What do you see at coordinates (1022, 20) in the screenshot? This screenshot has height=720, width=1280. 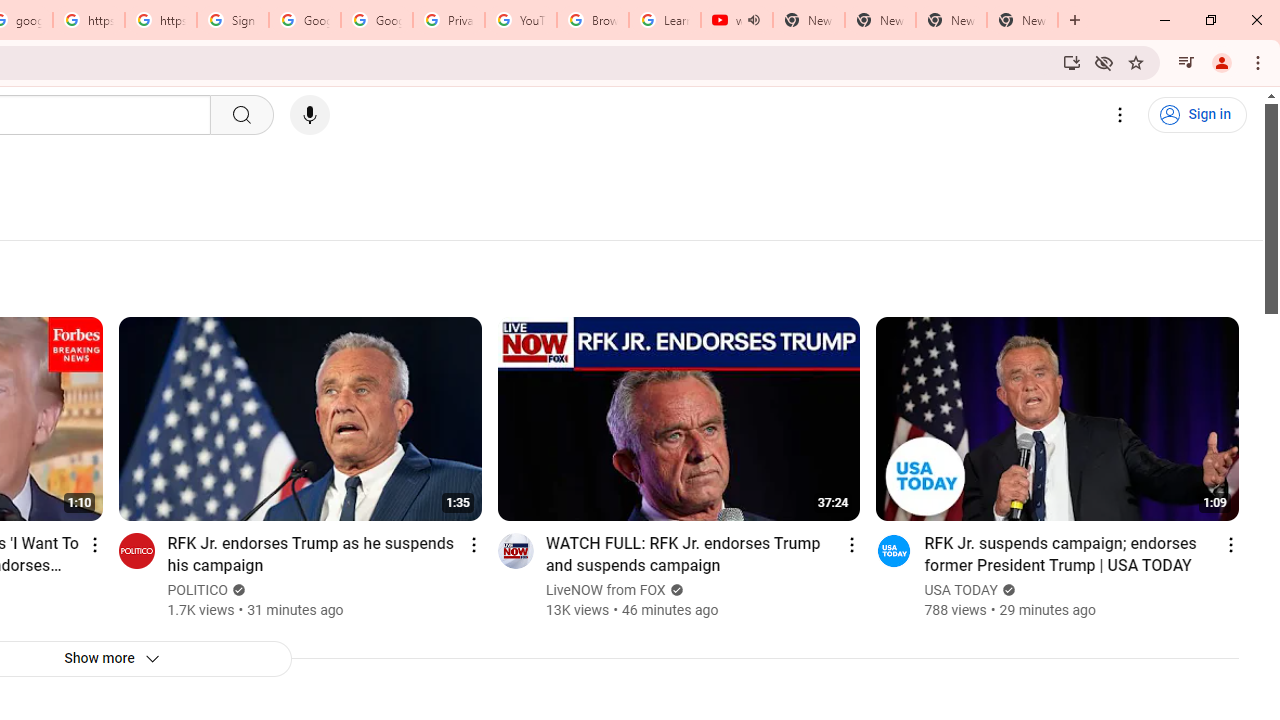 I see `'New Tab'` at bounding box center [1022, 20].